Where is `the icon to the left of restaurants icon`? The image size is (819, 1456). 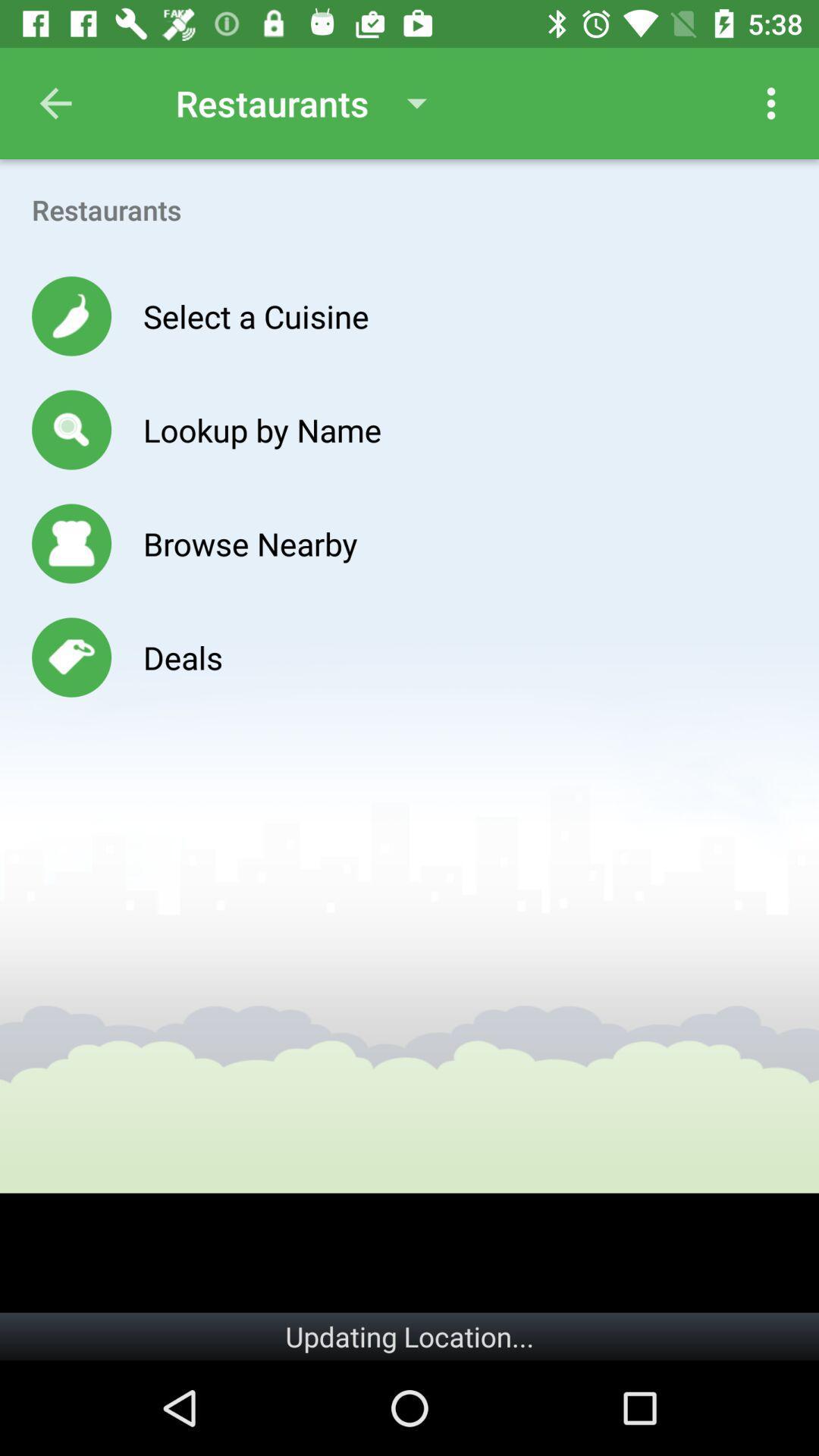 the icon to the left of restaurants icon is located at coordinates (55, 102).